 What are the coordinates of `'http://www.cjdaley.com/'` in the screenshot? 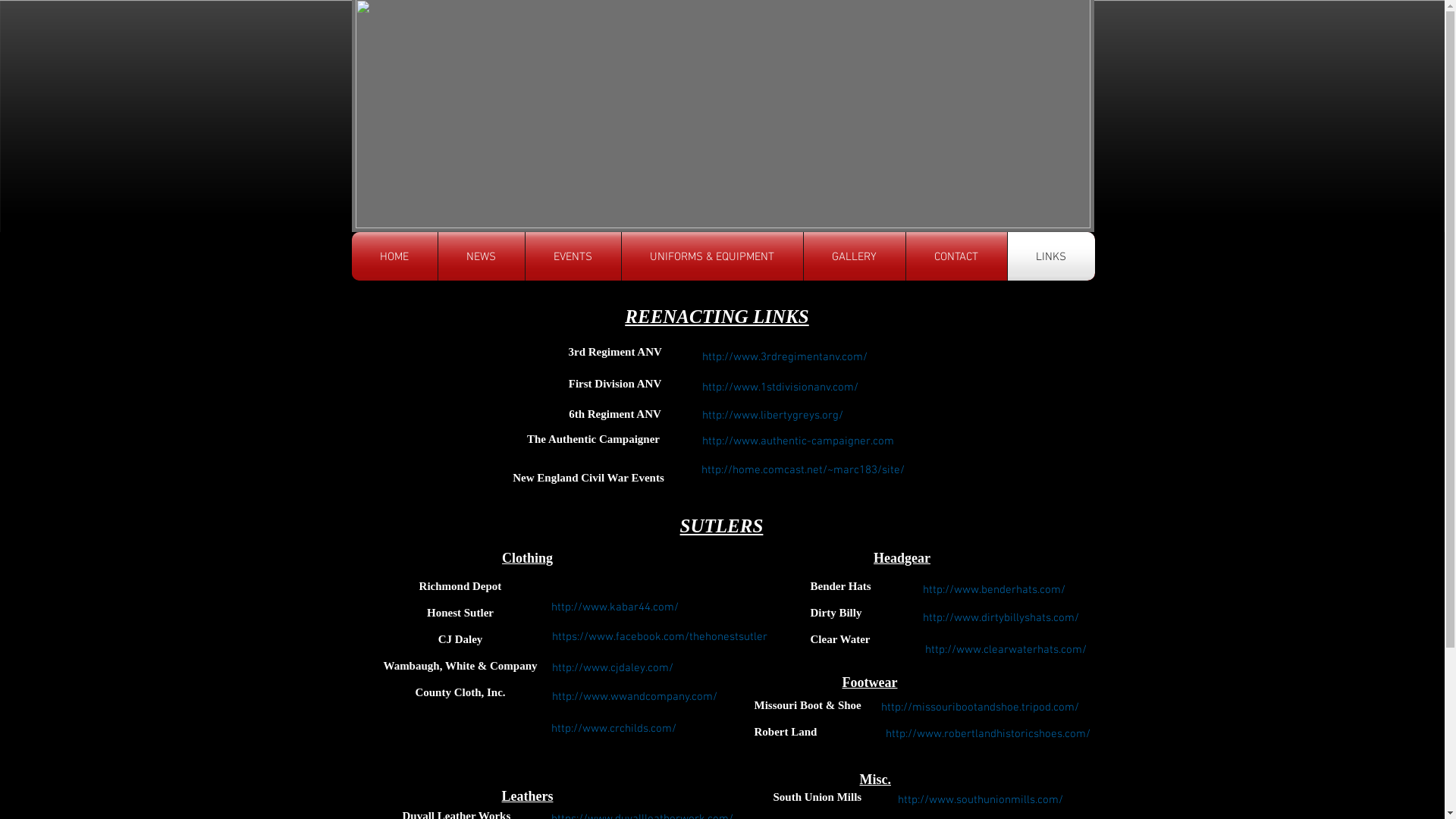 It's located at (612, 666).